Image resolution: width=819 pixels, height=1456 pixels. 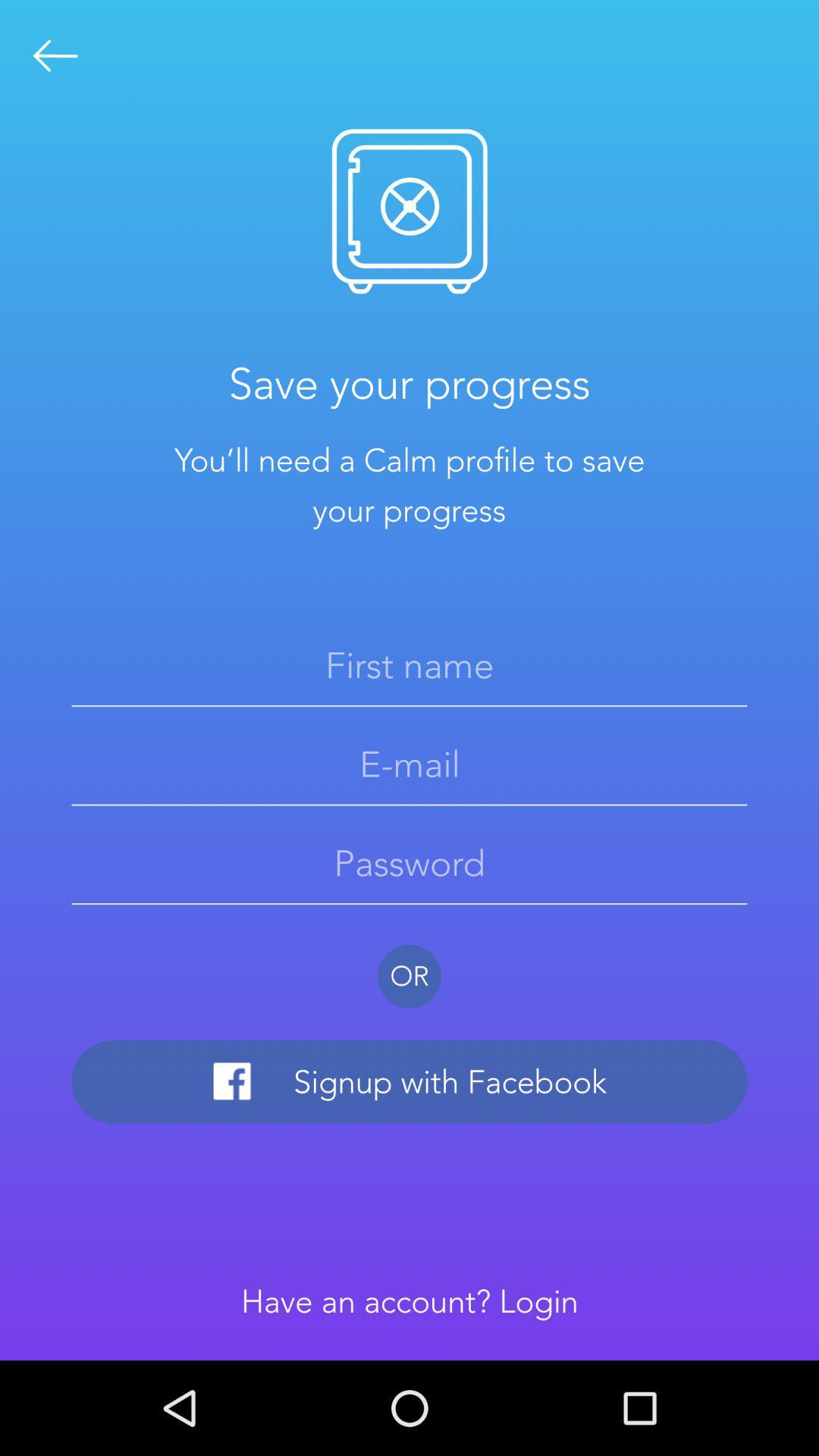 I want to click on your password, so click(x=409, y=863).